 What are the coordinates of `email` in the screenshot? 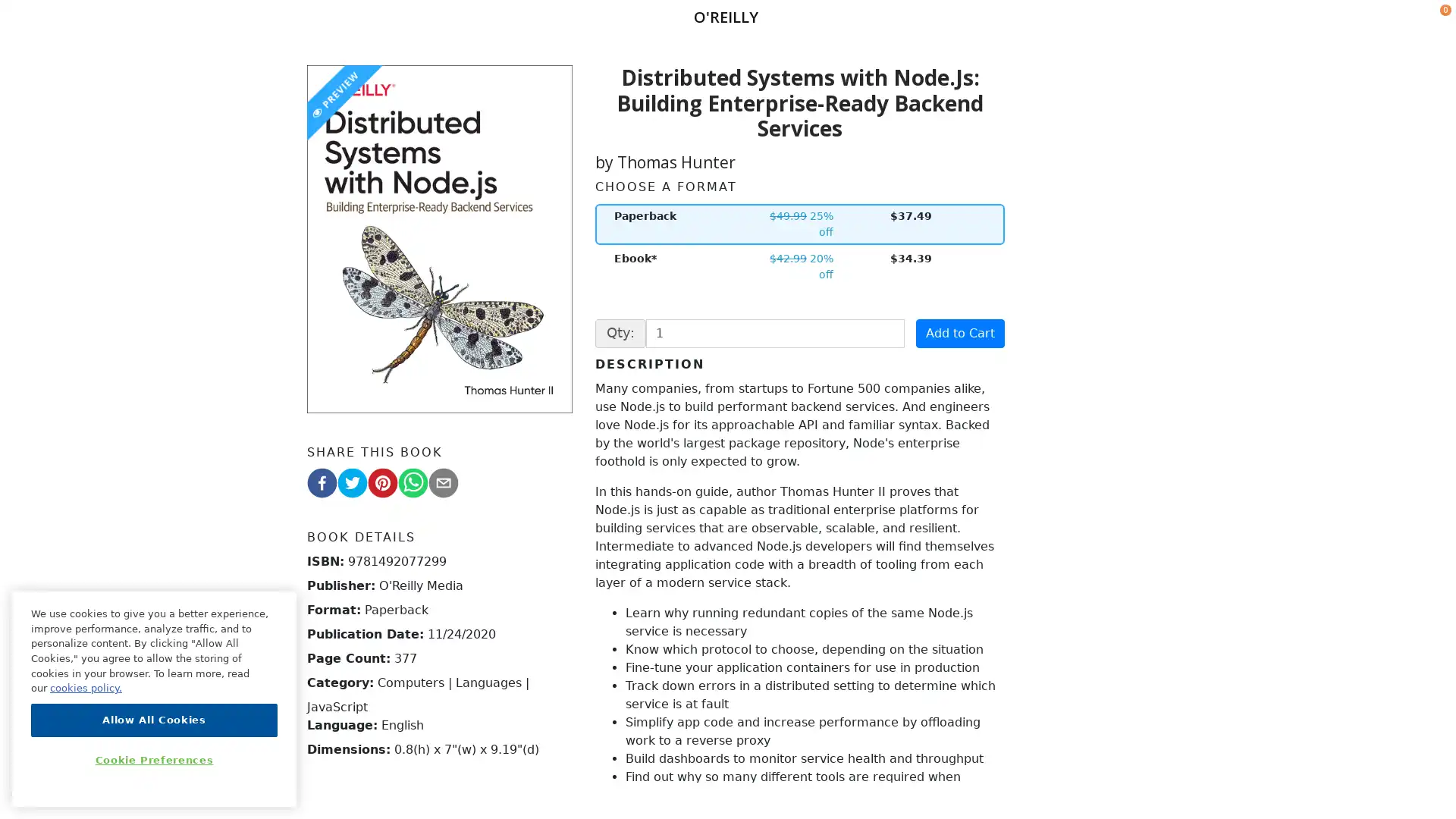 It's located at (443, 482).